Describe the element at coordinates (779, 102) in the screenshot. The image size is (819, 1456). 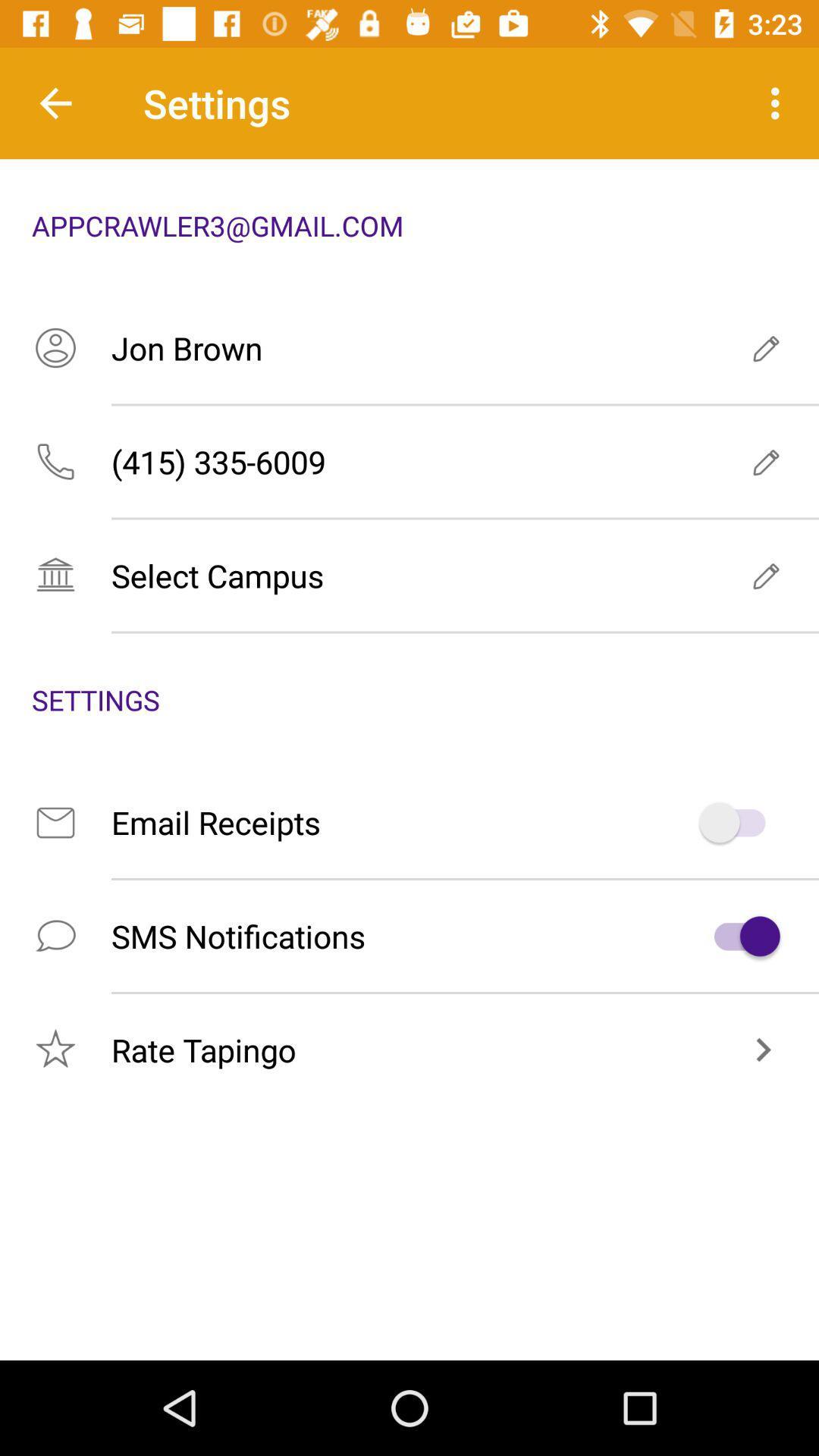
I see `item next to settings` at that location.